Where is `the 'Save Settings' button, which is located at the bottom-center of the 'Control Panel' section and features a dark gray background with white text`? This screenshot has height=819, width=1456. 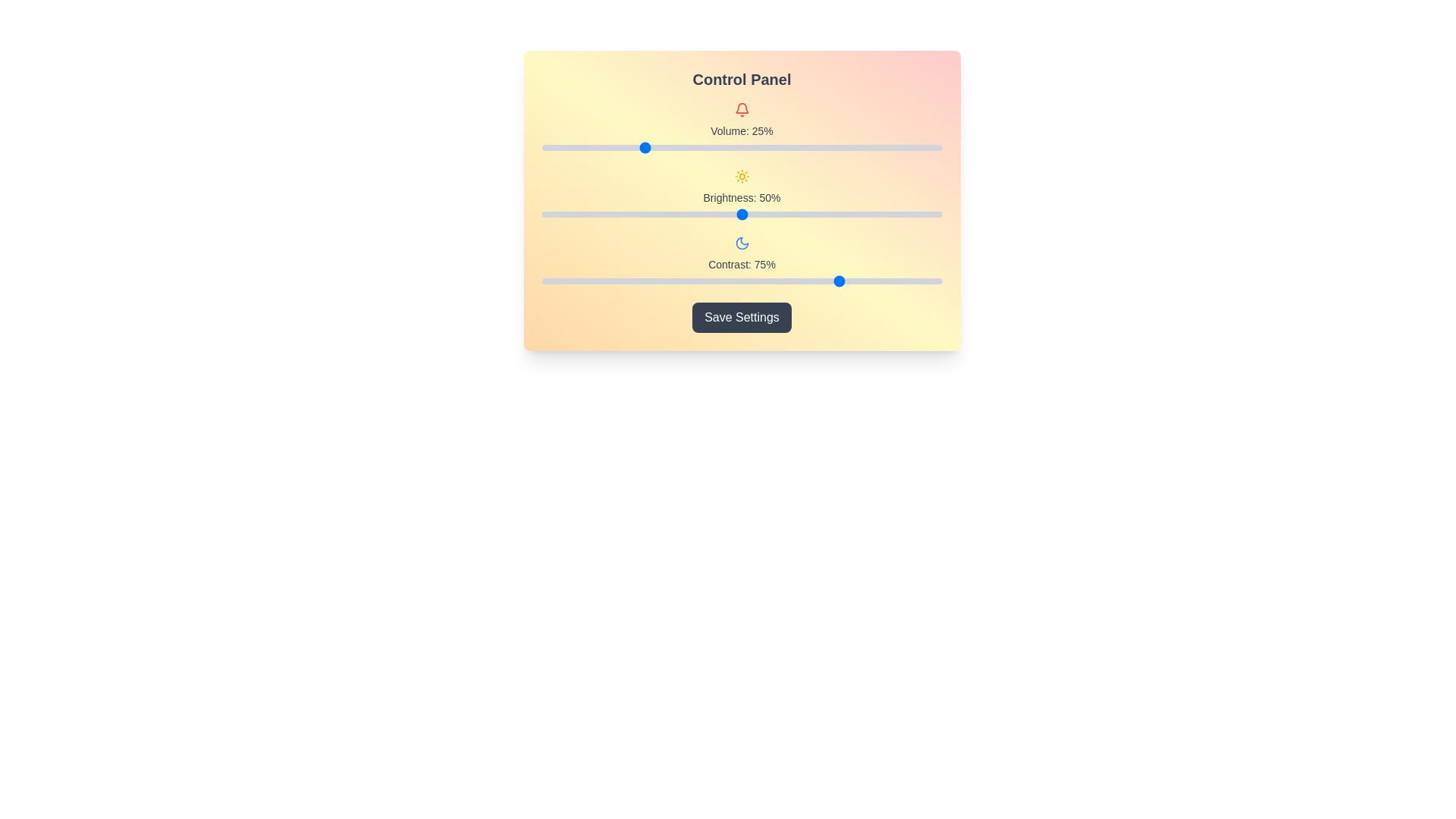
the 'Save Settings' button, which is located at the bottom-center of the 'Control Panel' section and features a dark gray background with white text is located at coordinates (742, 317).